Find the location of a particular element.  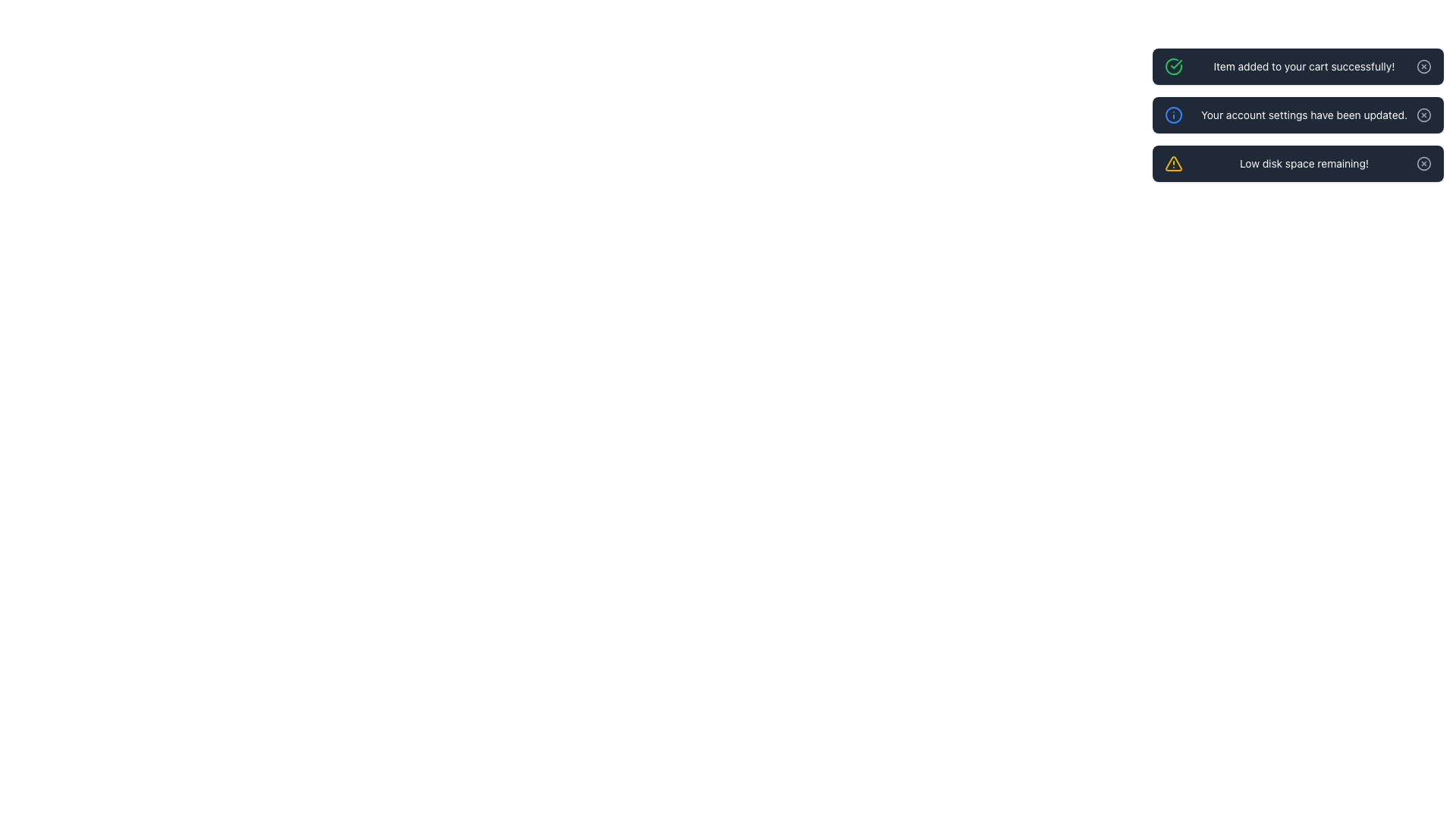

the notification text indicating that the account settings have been successfully updated, which is the middle notification among three vertically stacked notifications is located at coordinates (1303, 114).